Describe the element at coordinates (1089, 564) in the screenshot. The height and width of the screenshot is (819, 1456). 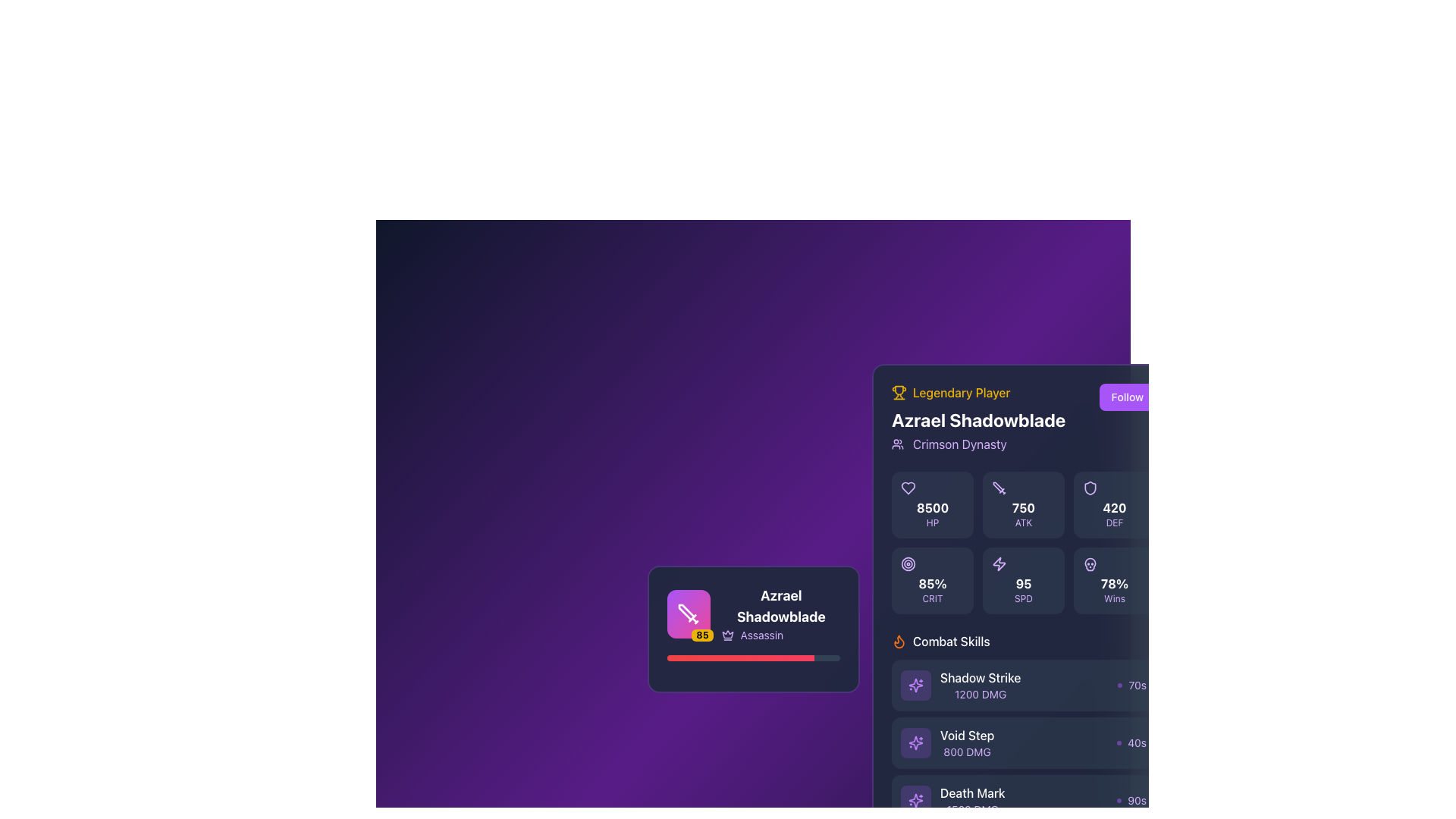
I see `the bottom-right icon in the grid of stat indicators` at that location.